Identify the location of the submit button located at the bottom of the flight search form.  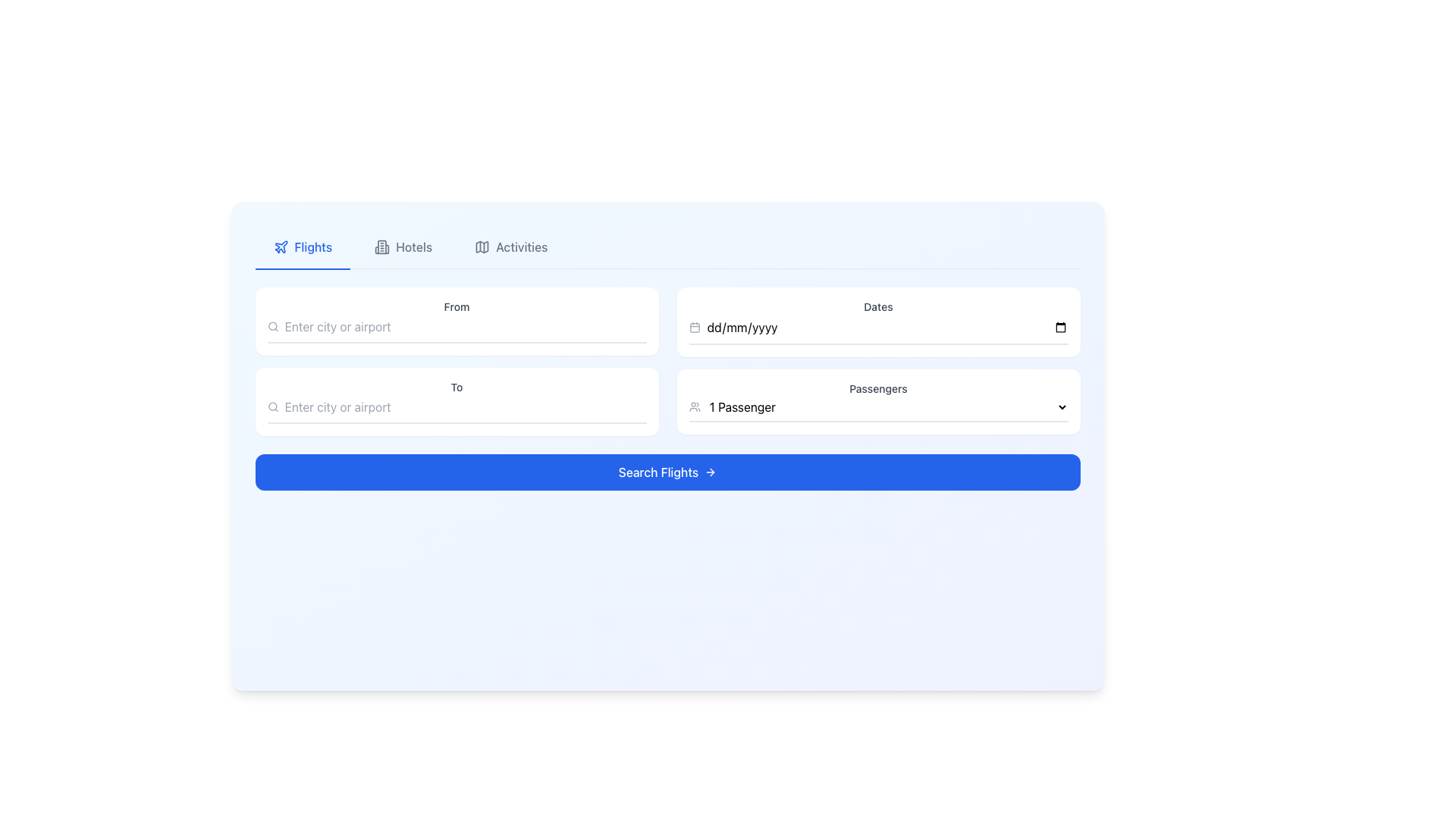
(667, 472).